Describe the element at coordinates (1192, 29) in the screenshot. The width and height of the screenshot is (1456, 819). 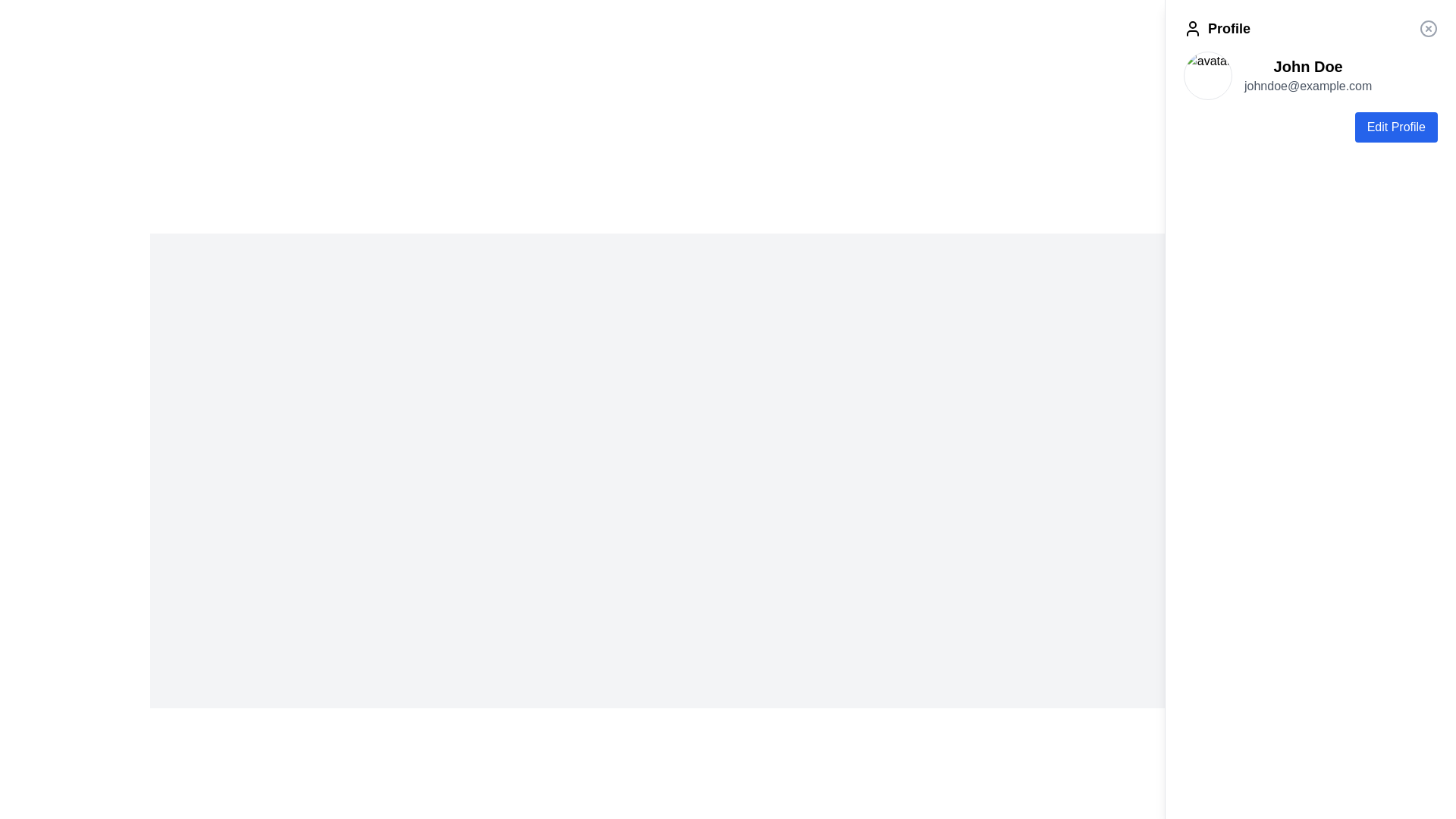
I see `the user icon, which is a minimalistic monochrome outline of a person located to the left of the 'Profile' text in the sidebar interface` at that location.